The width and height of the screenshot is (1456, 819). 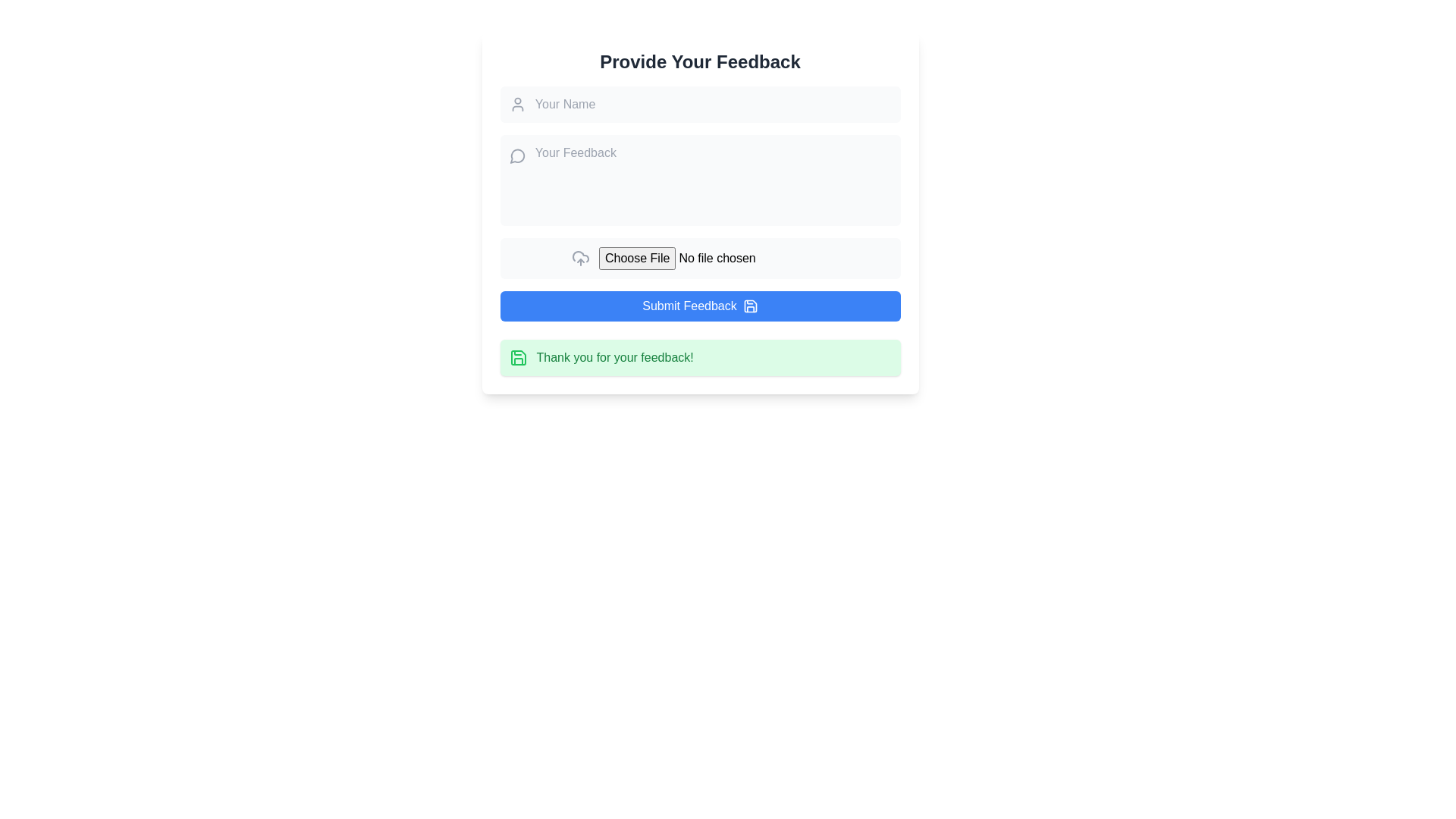 What do you see at coordinates (699, 61) in the screenshot?
I see `the Text Header that displays 'Provide Your Feedback', which is styled in bold and large font at the top of the feedback form` at bounding box center [699, 61].